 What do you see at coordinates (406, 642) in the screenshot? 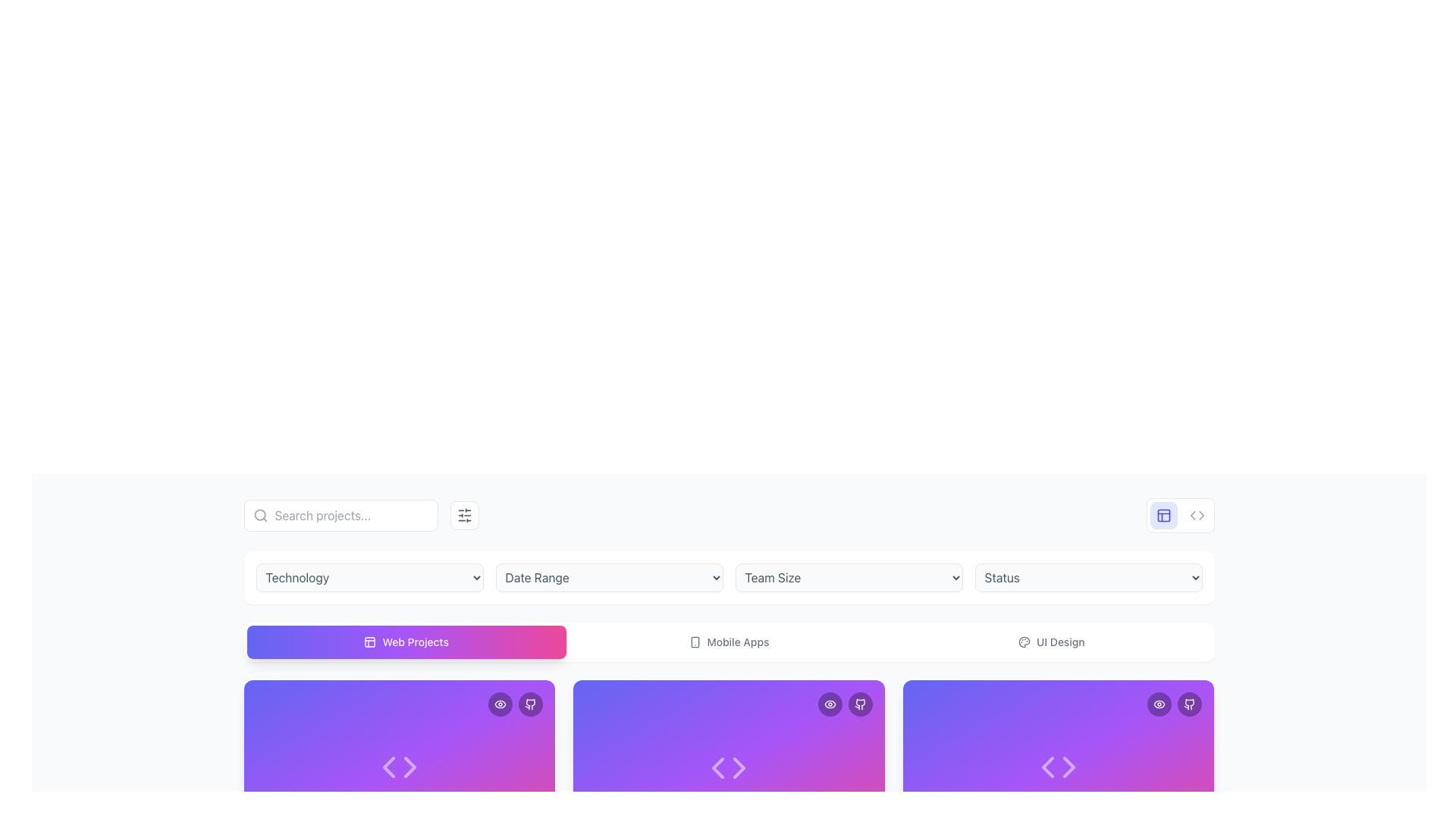
I see `the 'Web Projects' button, which is the leftmost button among three options, featuring a gradient background and white text` at bounding box center [406, 642].